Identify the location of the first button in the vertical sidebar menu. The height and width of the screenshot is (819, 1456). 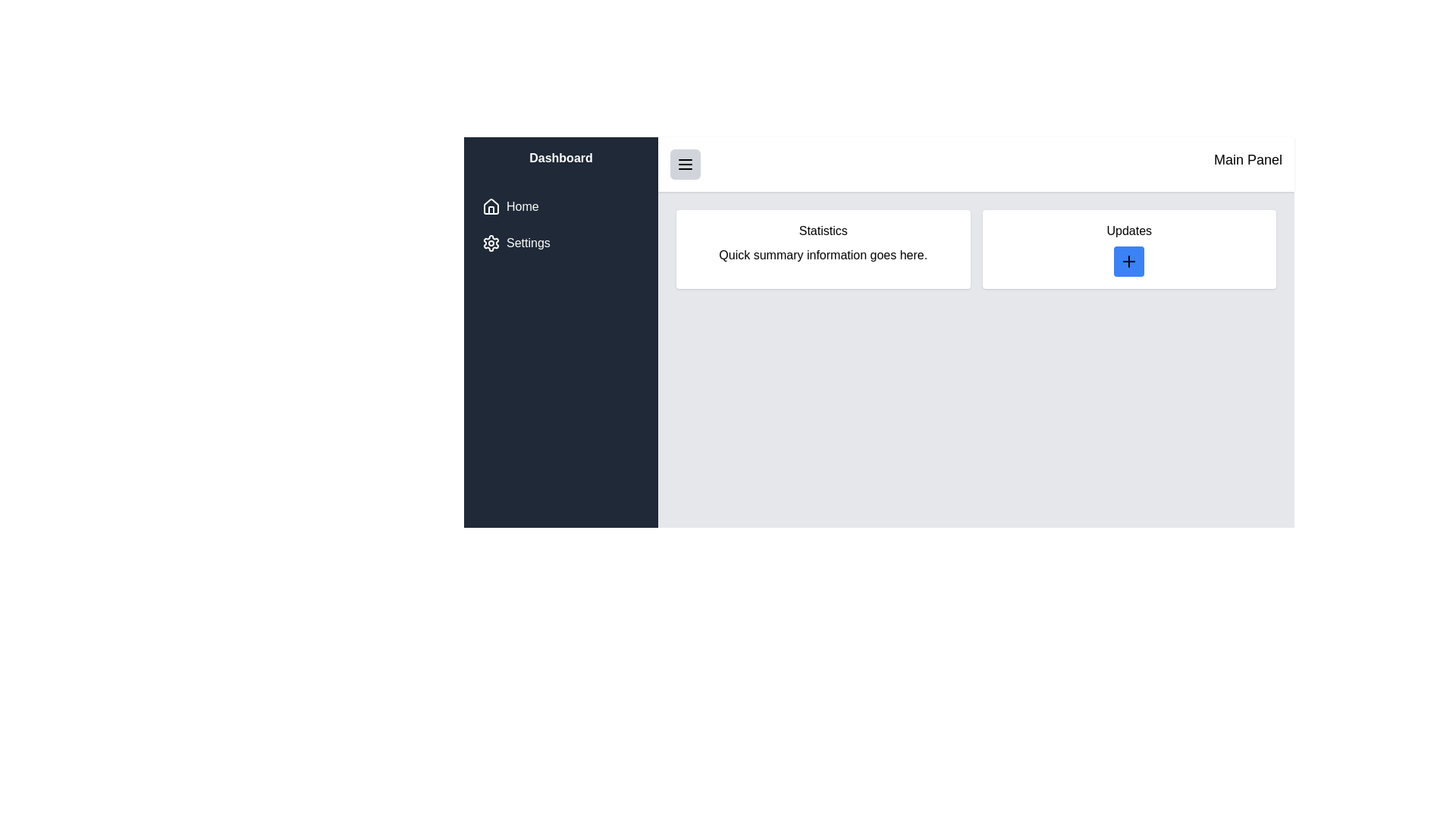
(560, 207).